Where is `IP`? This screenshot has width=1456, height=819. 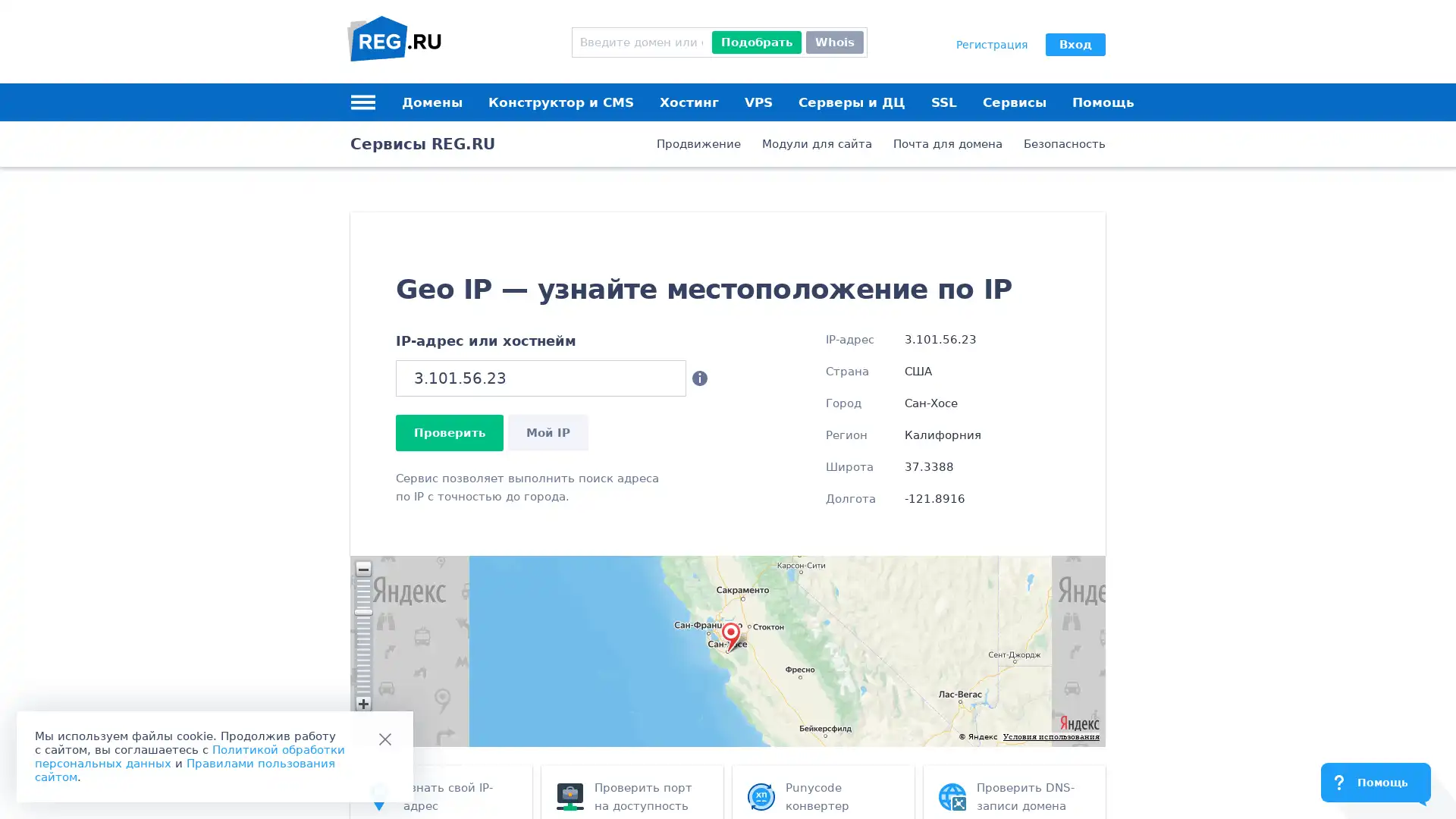
IP is located at coordinates (548, 432).